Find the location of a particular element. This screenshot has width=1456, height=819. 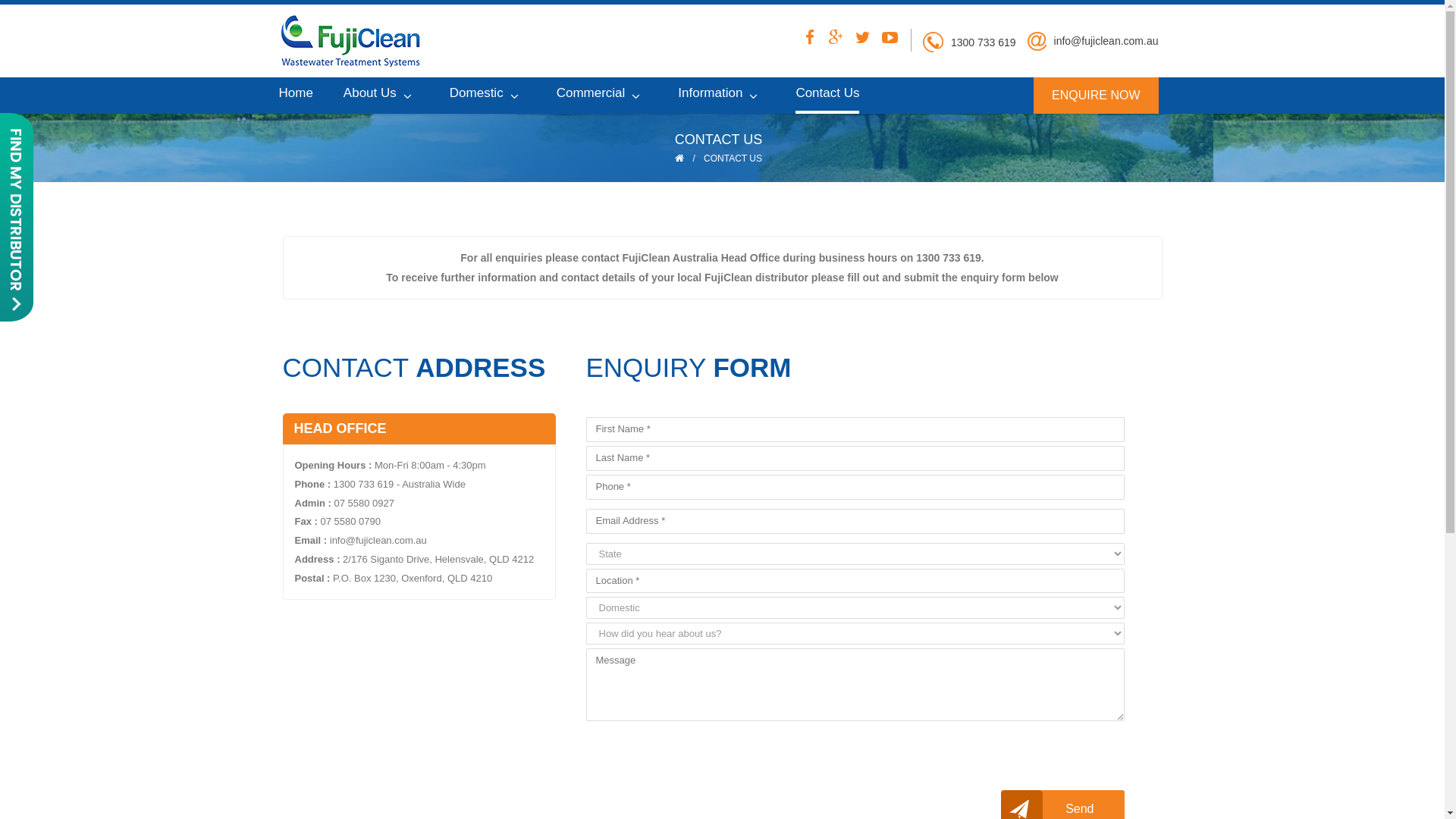

'Home' is located at coordinates (296, 93).